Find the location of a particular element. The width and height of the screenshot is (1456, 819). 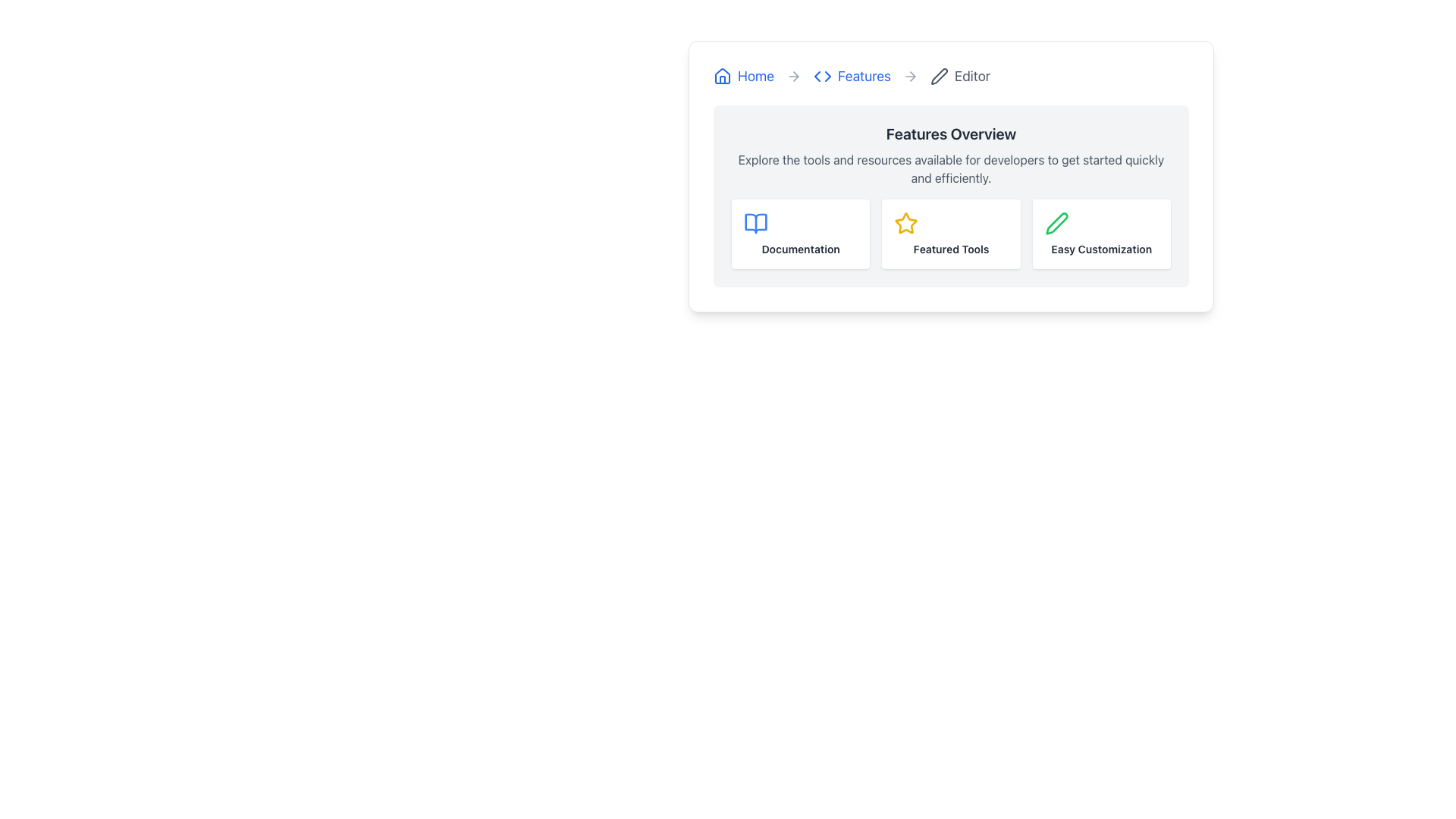

'Editor' text label, which is the last item in the breadcrumb navigation sequence, positioned to the right of a pen icon is located at coordinates (972, 76).